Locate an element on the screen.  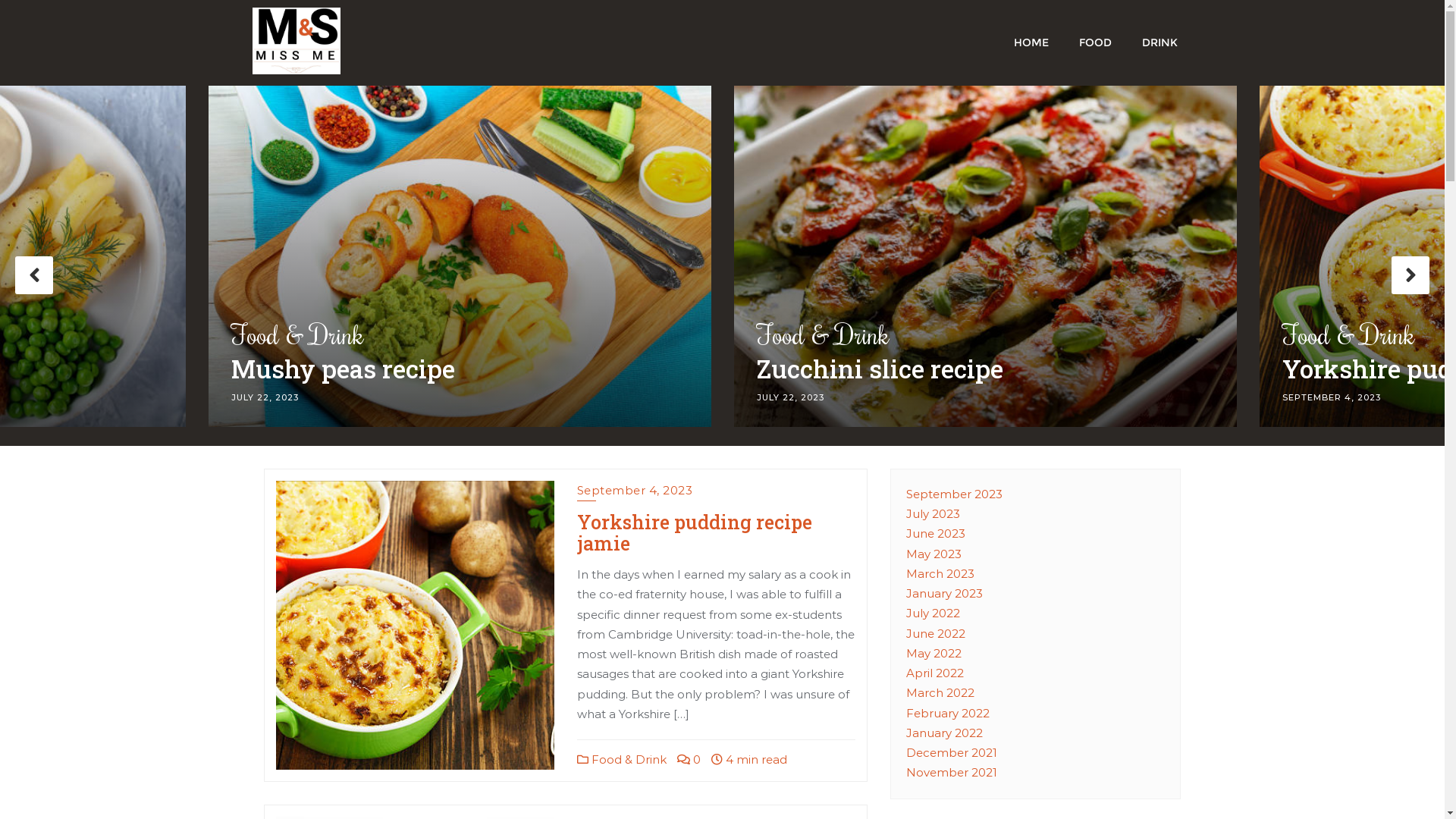
'HOME' is located at coordinates (1030, 40).